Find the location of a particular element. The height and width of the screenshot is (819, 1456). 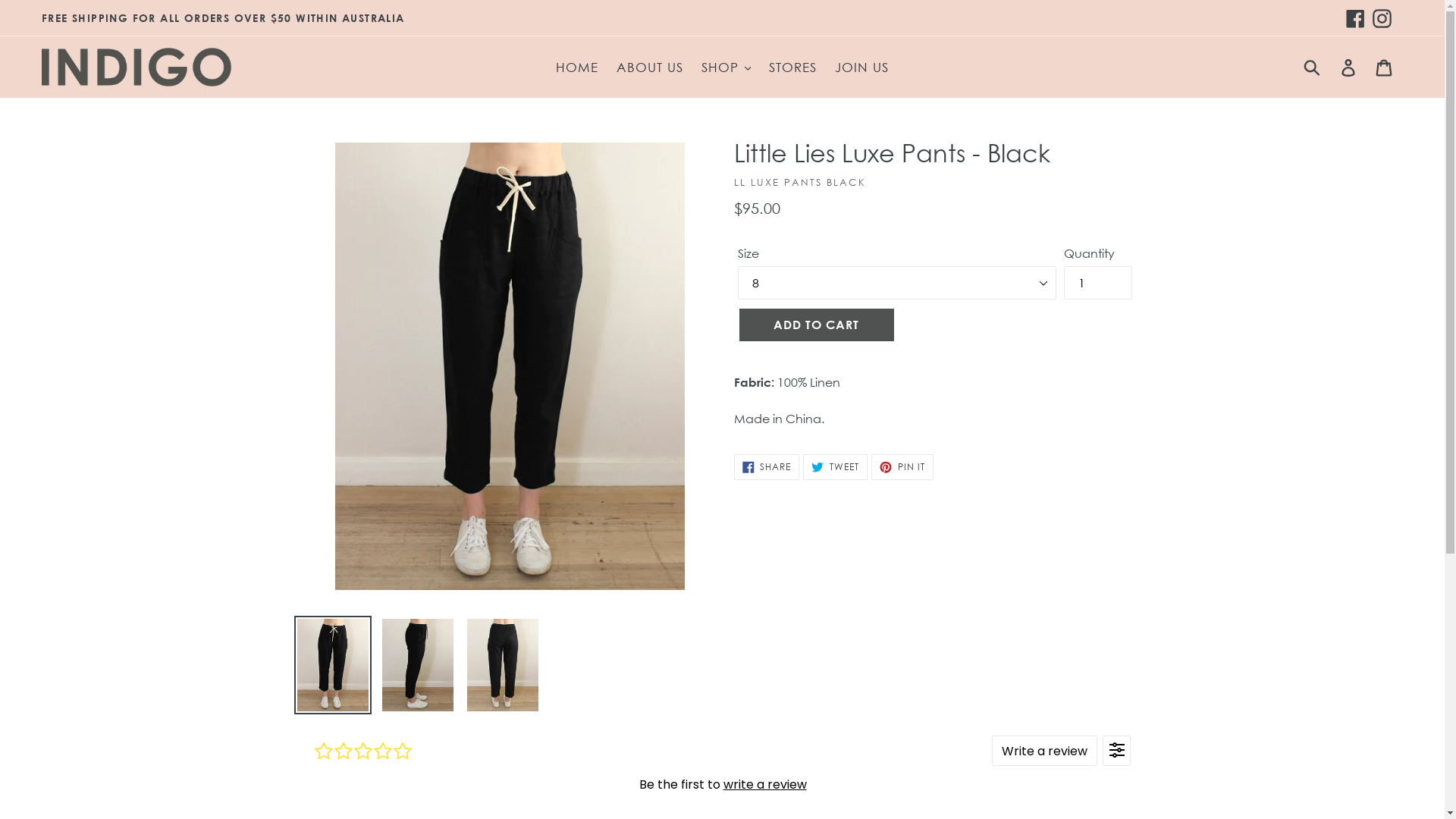

'ADD TO CART' is located at coordinates (814, 324).